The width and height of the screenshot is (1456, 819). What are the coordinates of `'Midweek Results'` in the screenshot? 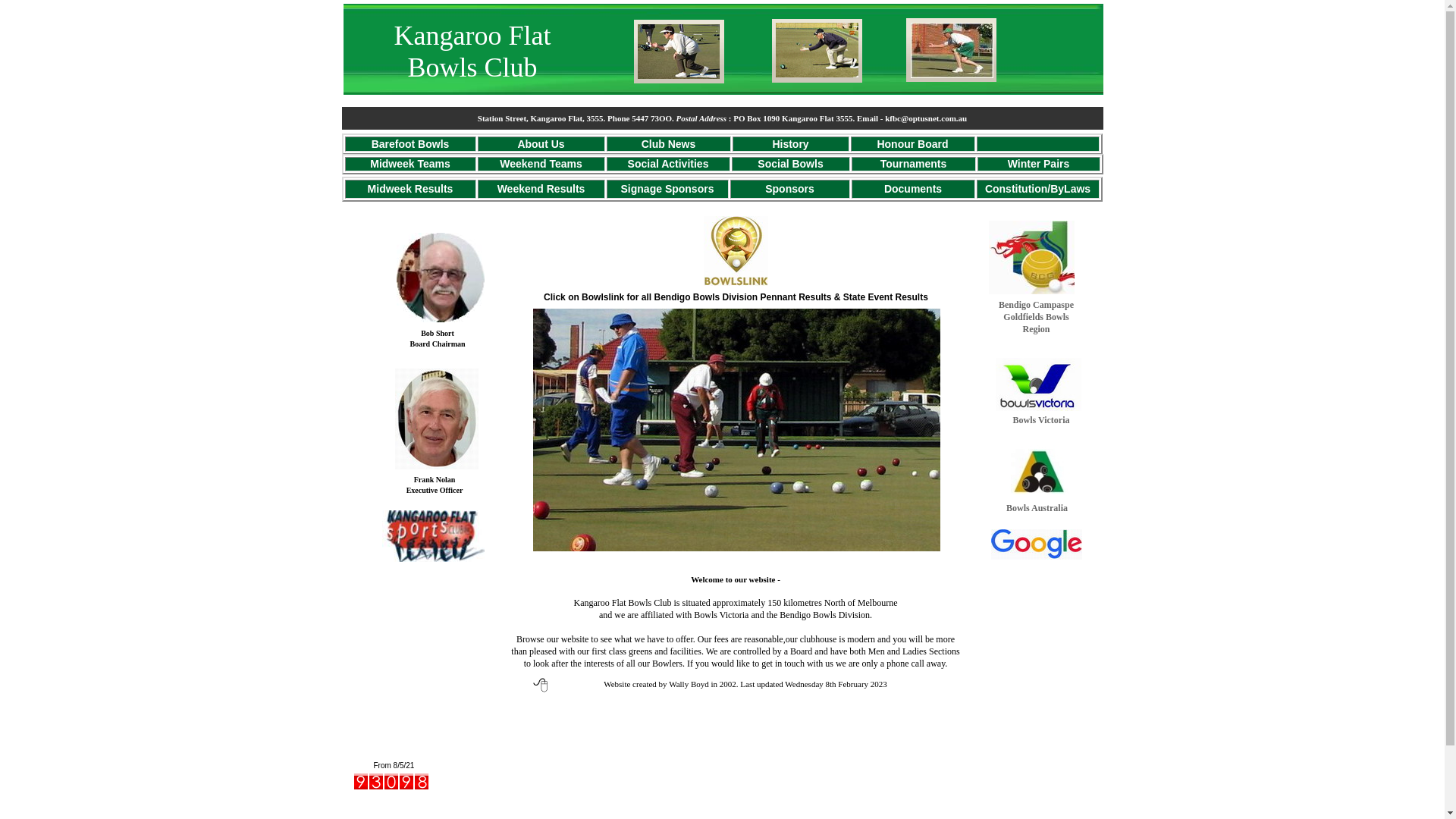 It's located at (410, 187).